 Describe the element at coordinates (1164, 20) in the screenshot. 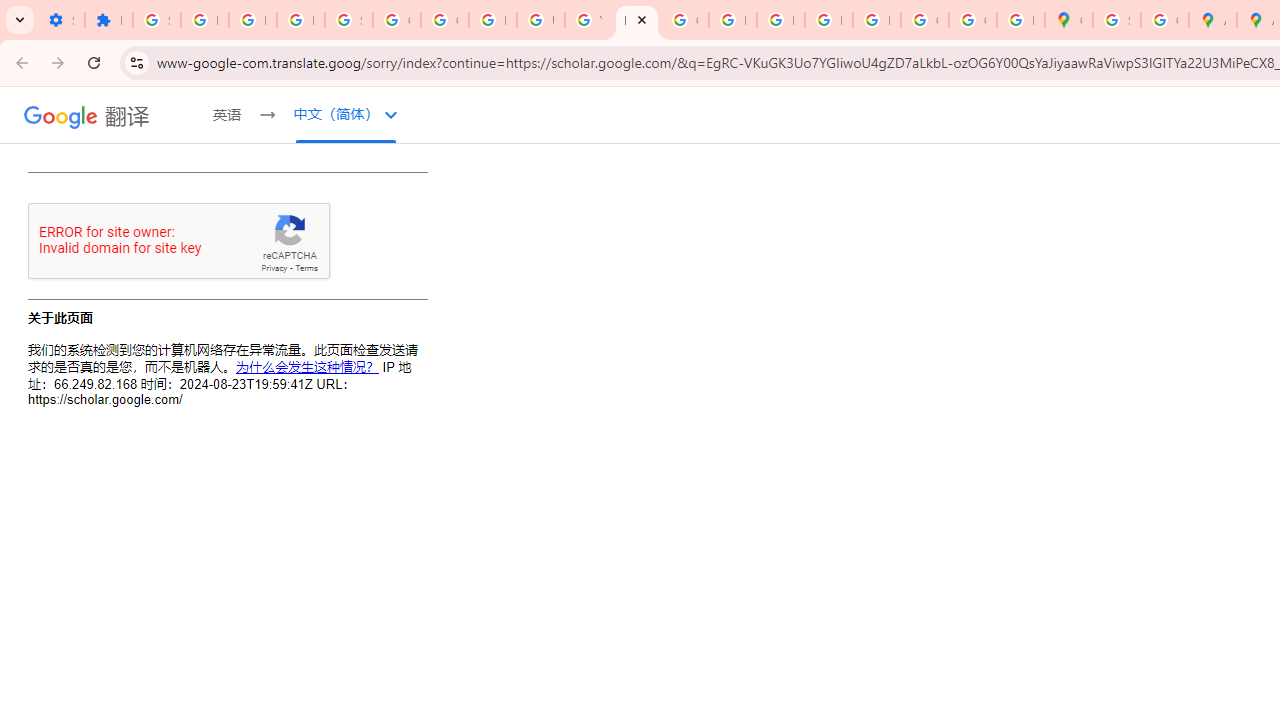

I see `'Create your Google Account'` at that location.